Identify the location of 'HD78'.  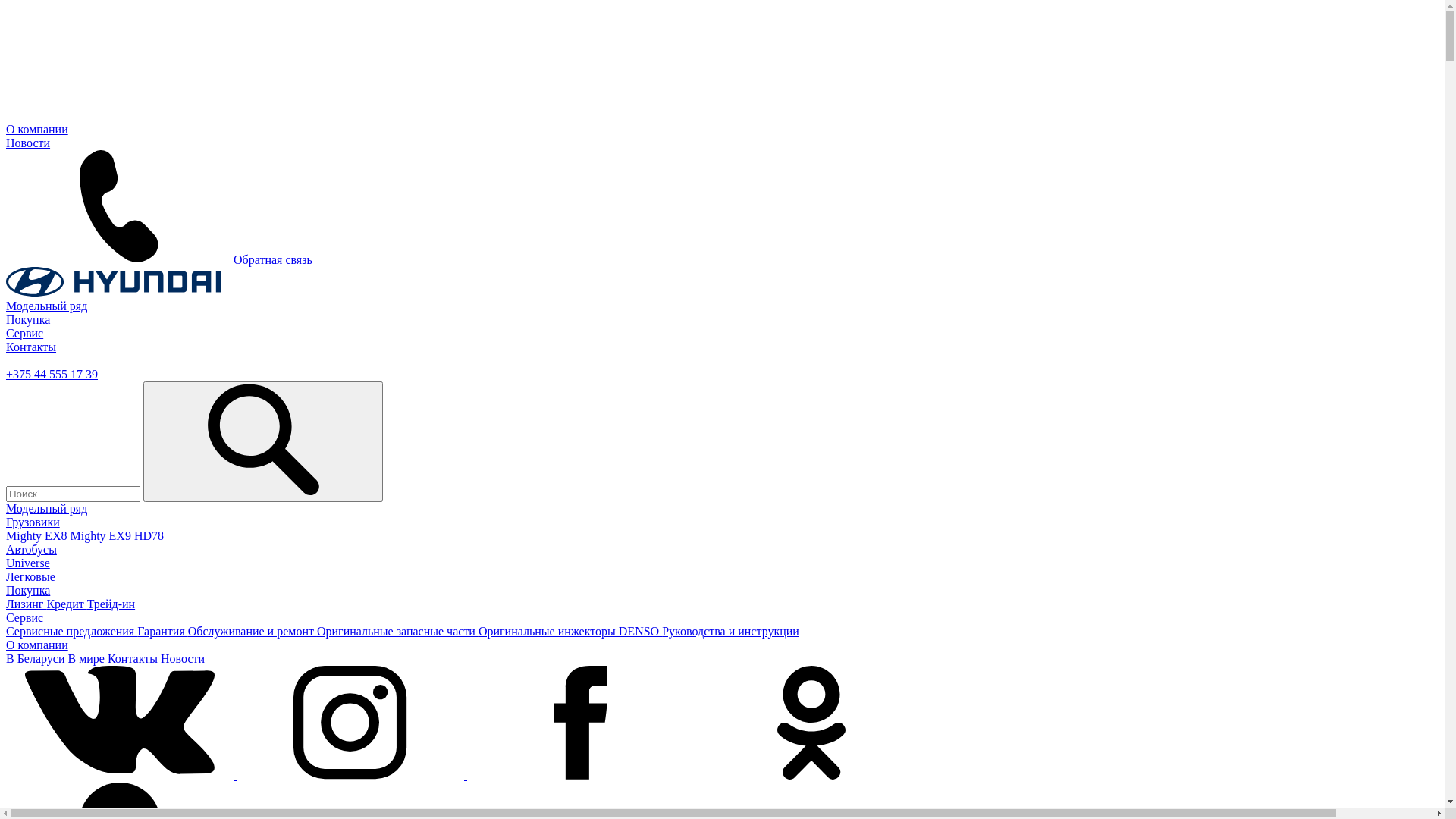
(134, 535).